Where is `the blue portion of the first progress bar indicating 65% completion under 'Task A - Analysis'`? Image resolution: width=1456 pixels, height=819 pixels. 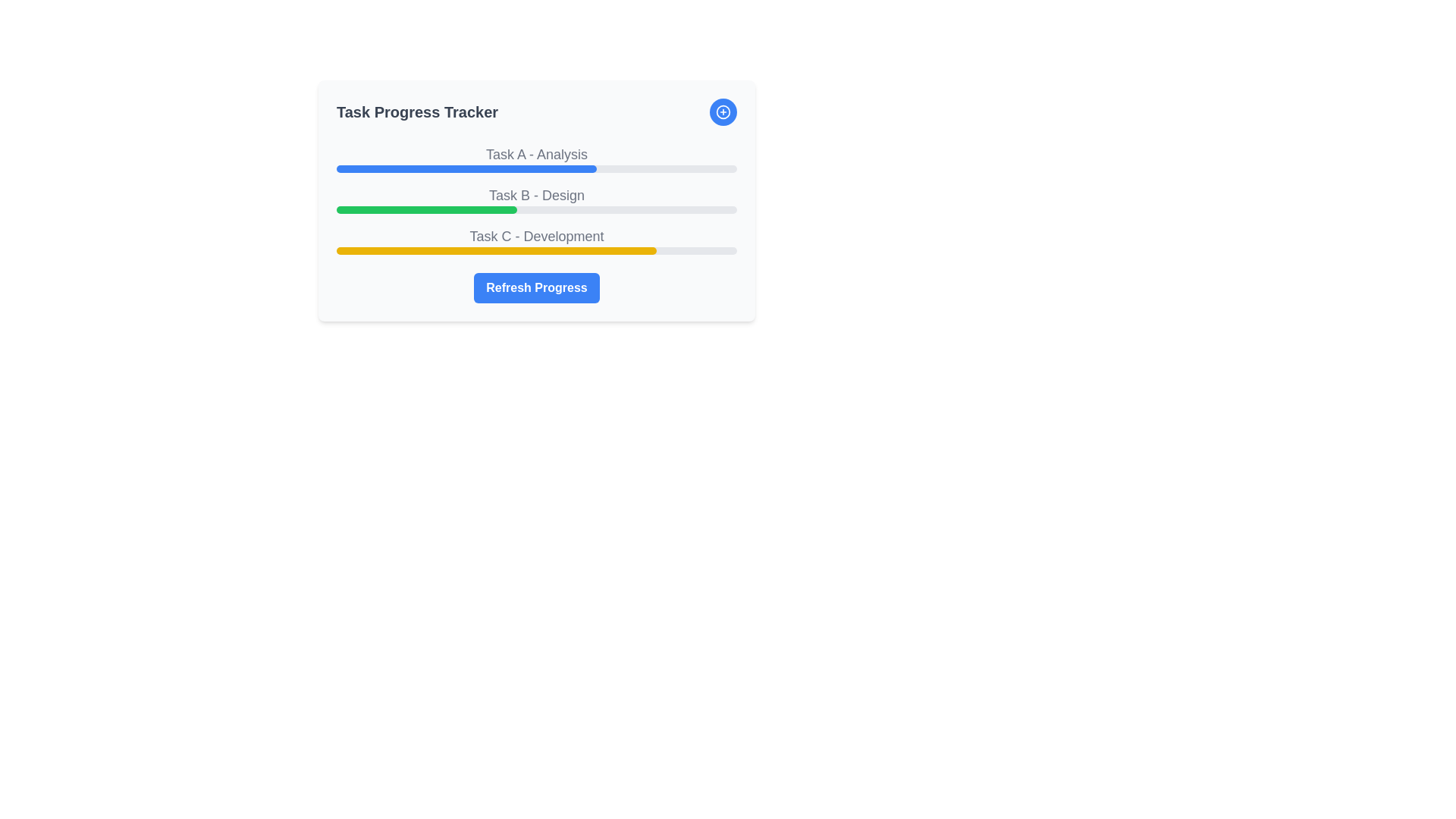
the blue portion of the first progress bar indicating 65% completion under 'Task A - Analysis' is located at coordinates (466, 169).